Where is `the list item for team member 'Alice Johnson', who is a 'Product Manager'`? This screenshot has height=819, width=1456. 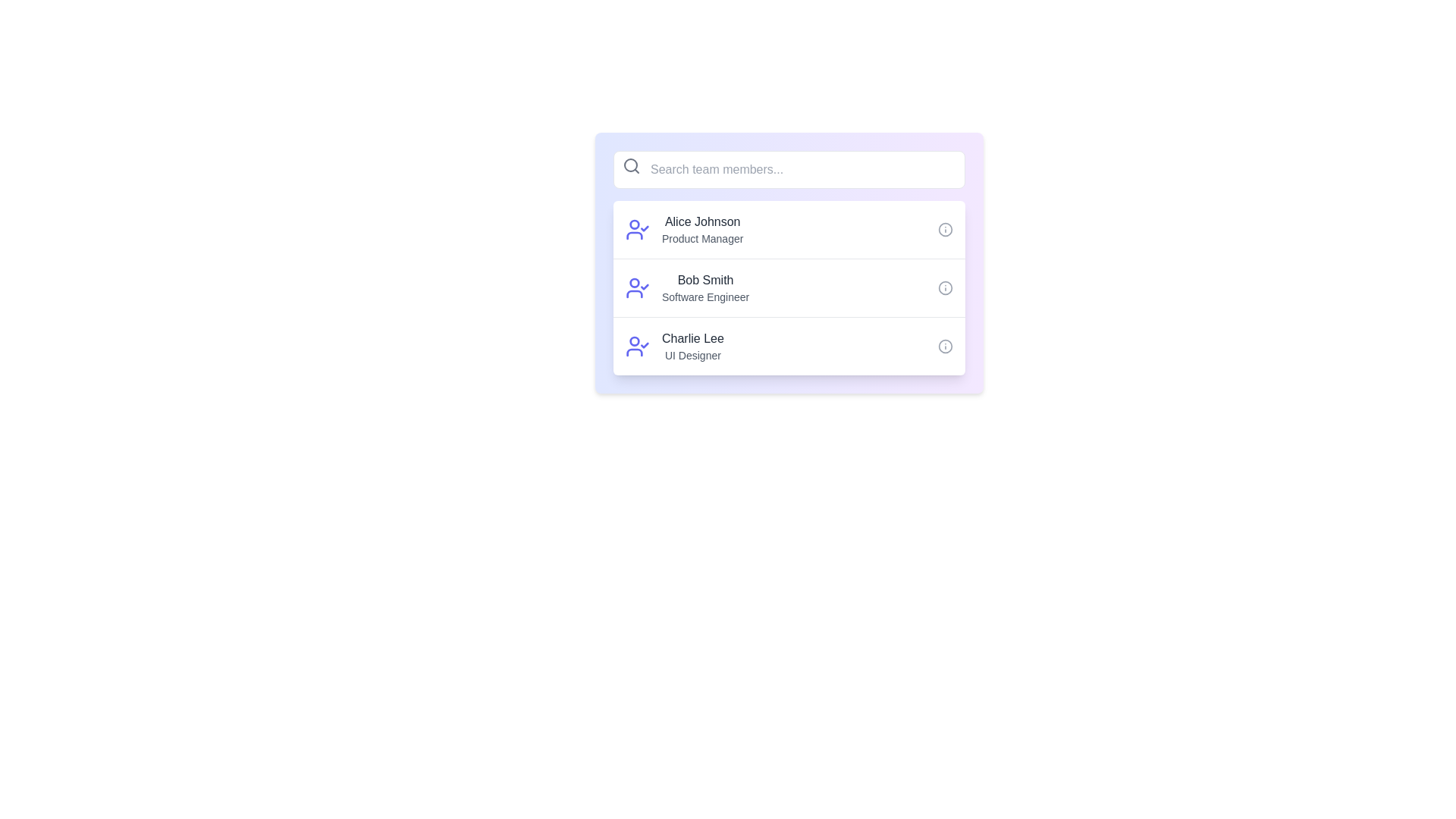
the list item for team member 'Alice Johnson', who is a 'Product Manager' is located at coordinates (683, 230).